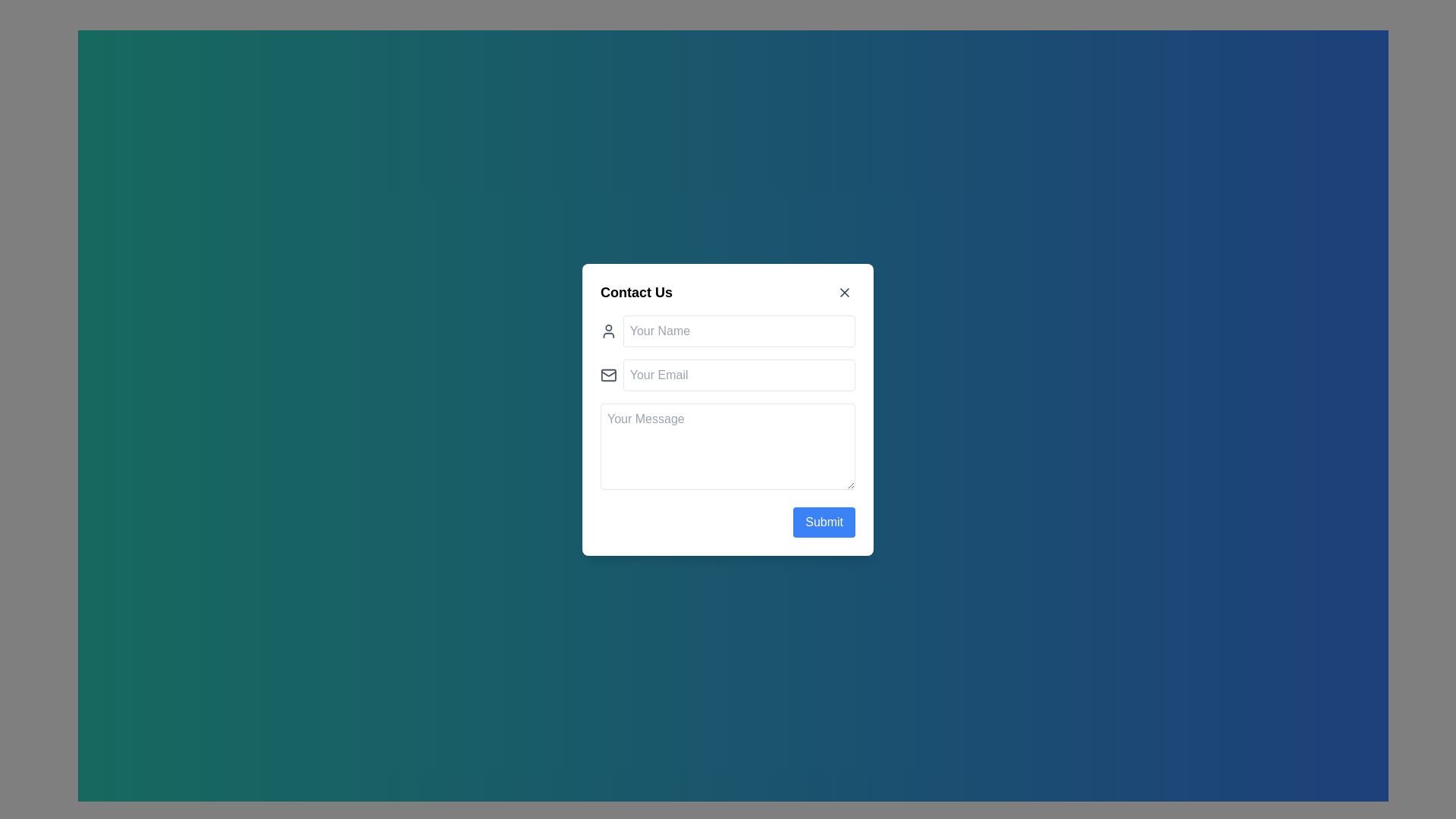  I want to click on the email icon located in the second row under the 'Contact Us' title, aligned left of the 'Your Email' input box, so click(608, 375).